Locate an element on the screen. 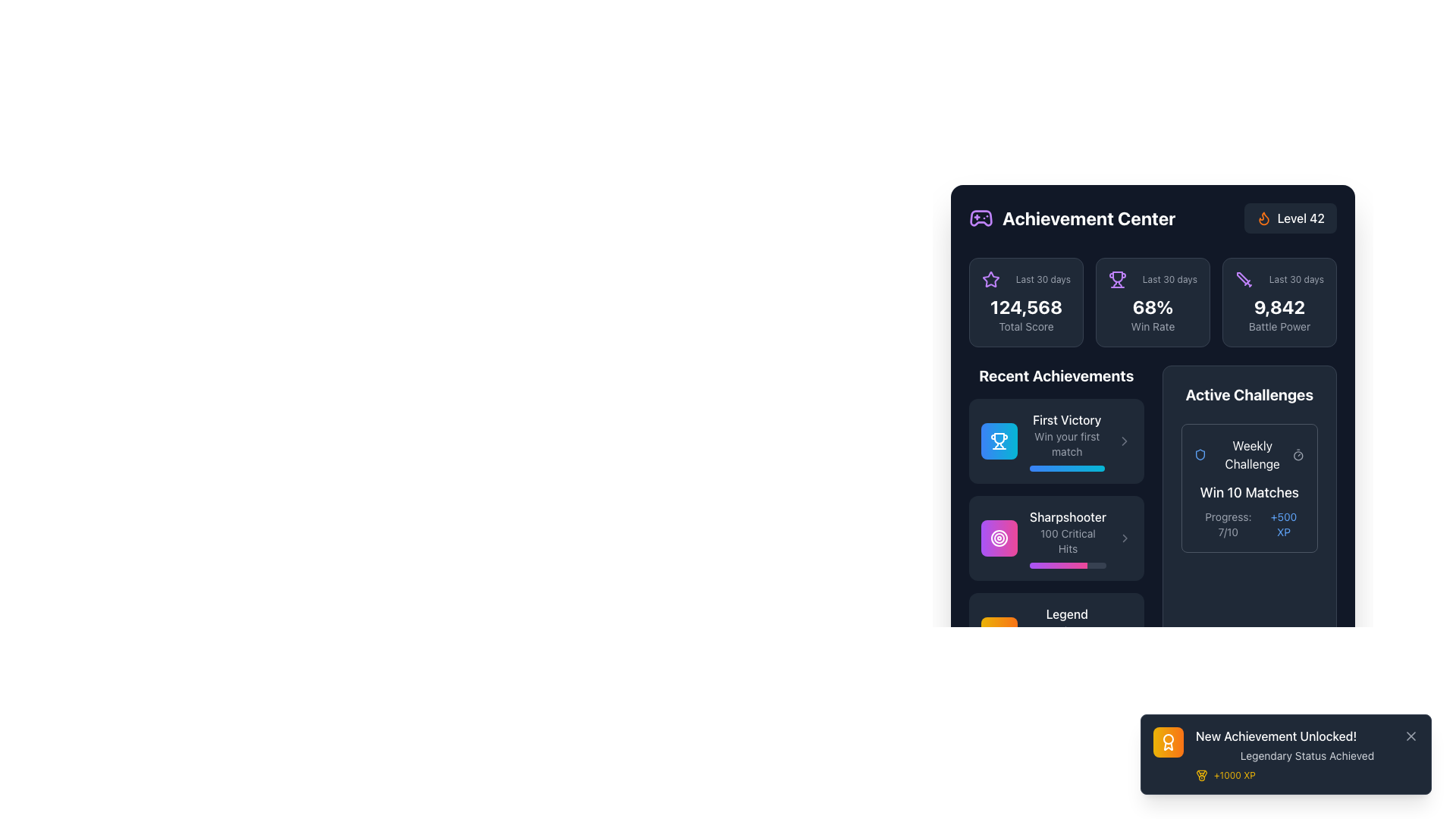 The image size is (1456, 819). the 'Sharpshooter' title text label, which is positioned above '100 Critical Hits' and next to a circular icon is located at coordinates (1067, 516).